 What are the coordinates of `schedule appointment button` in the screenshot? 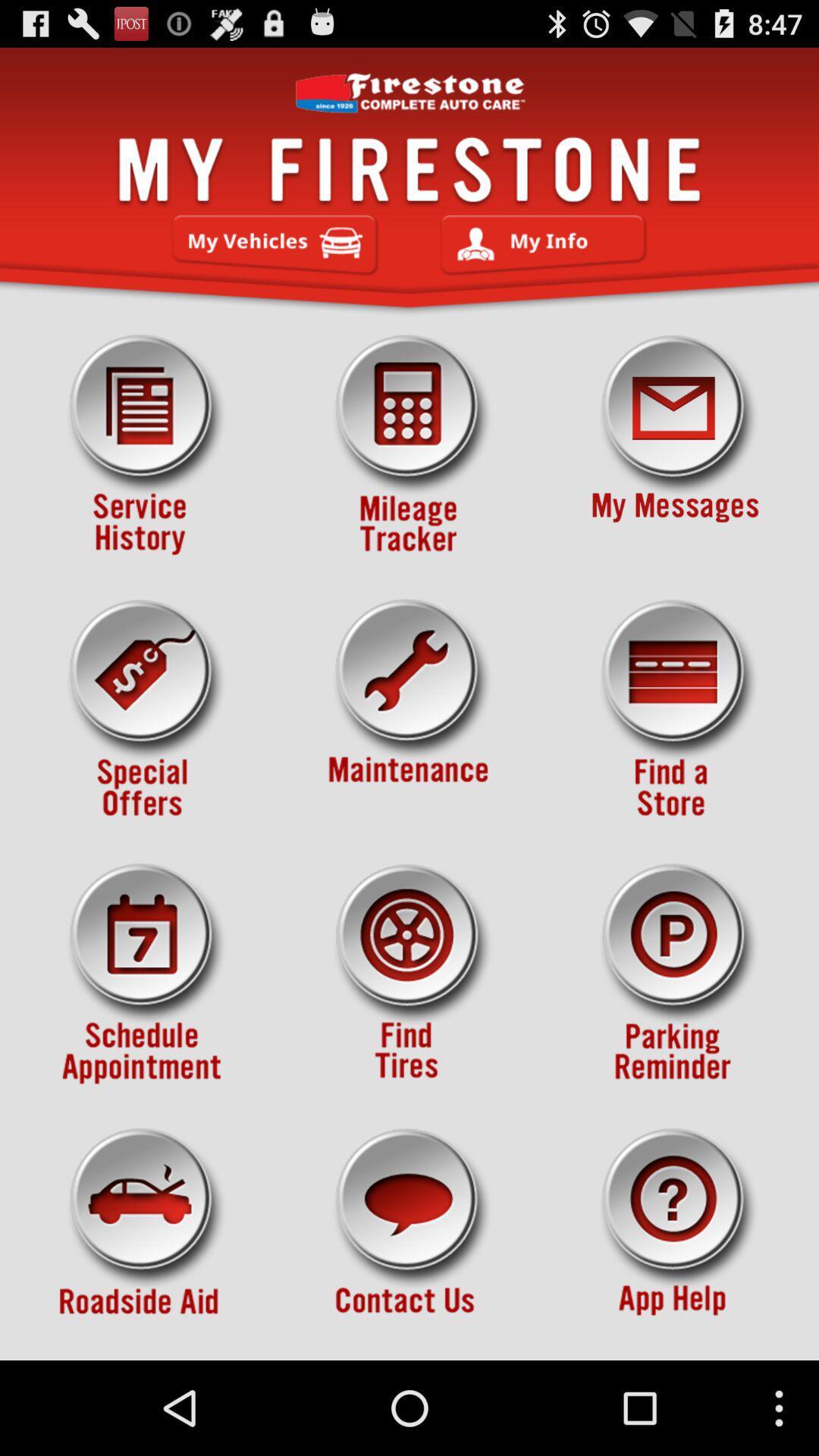 It's located at (143, 974).